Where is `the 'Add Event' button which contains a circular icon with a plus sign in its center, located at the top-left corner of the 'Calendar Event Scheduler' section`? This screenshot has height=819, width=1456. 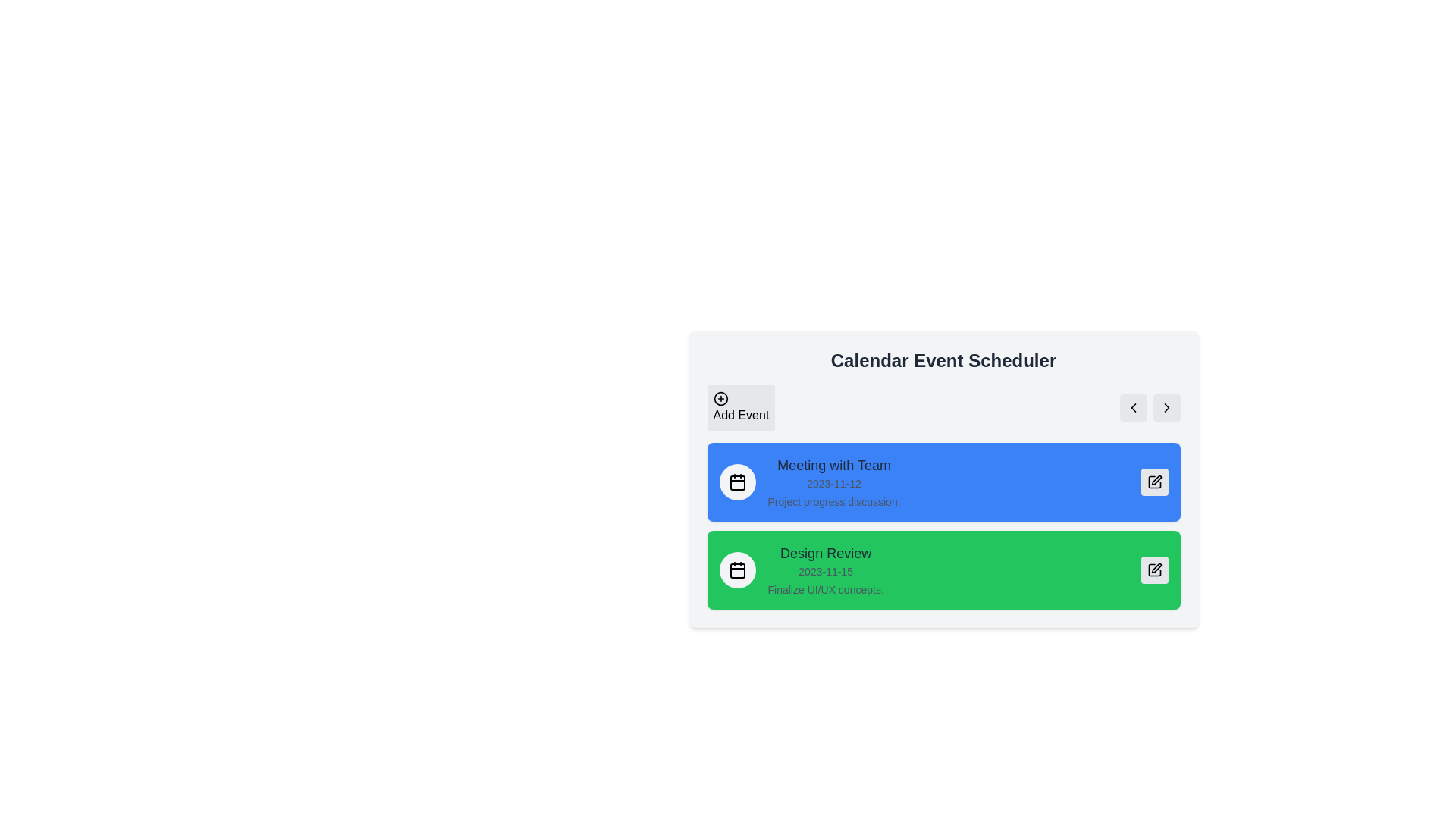 the 'Add Event' button which contains a circular icon with a plus sign in its center, located at the top-left corner of the 'Calendar Event Scheduler' section is located at coordinates (720, 397).